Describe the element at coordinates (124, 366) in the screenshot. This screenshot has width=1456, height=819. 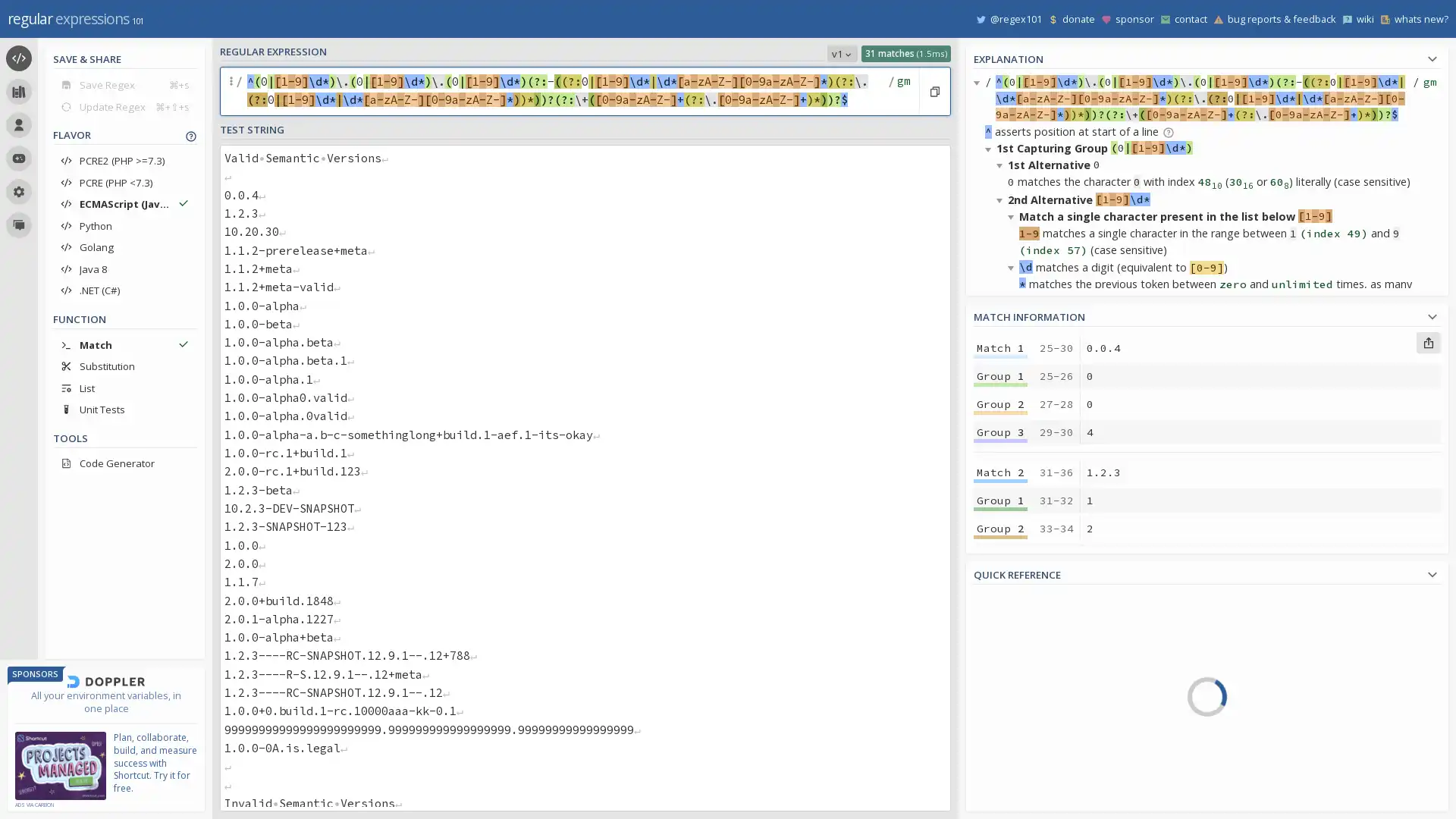
I see `Substitution` at that location.